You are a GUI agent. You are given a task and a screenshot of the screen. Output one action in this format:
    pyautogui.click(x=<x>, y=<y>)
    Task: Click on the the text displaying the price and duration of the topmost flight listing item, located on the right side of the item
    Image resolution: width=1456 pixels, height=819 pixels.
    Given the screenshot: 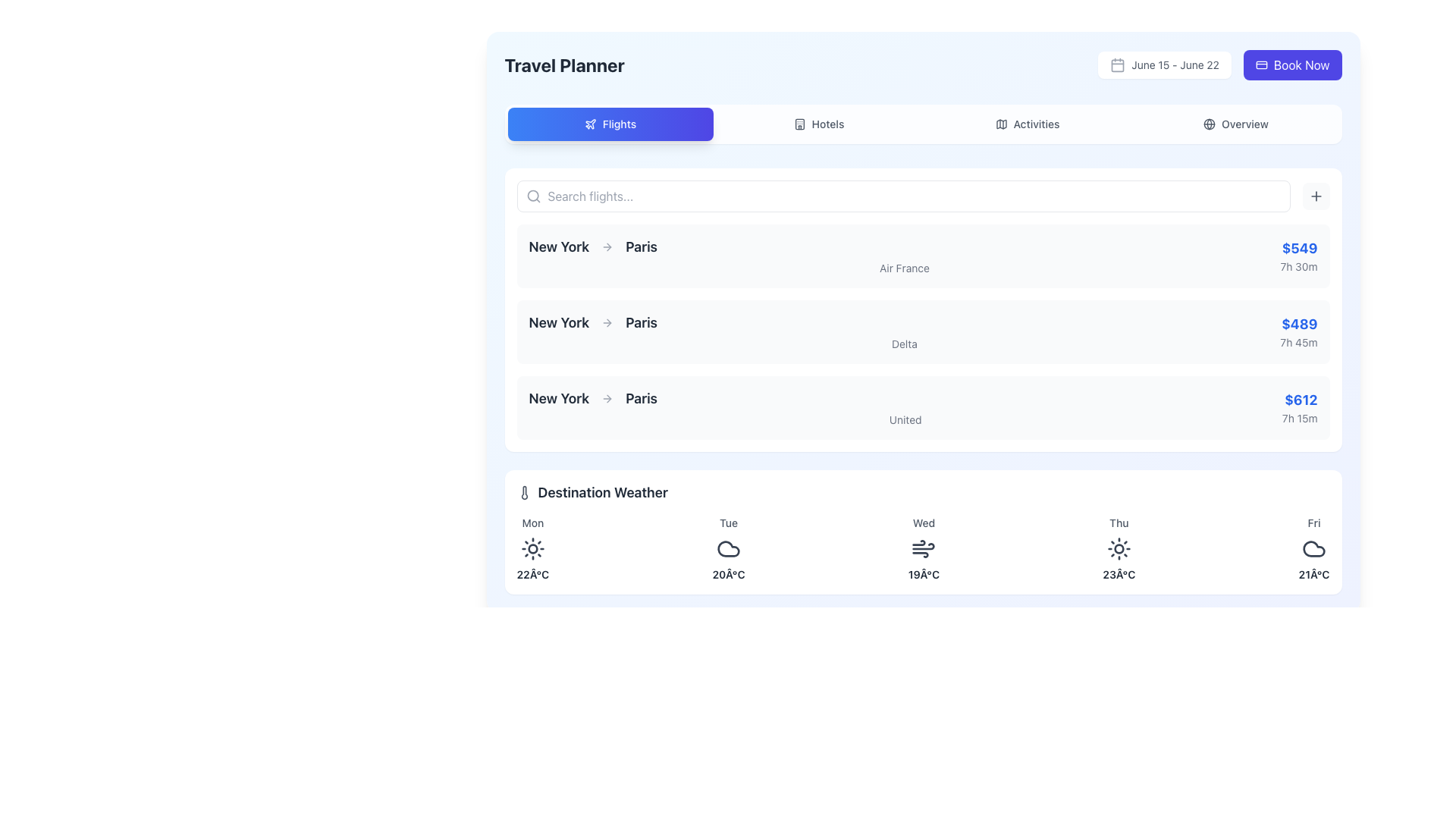 What is the action you would take?
    pyautogui.click(x=1298, y=256)
    